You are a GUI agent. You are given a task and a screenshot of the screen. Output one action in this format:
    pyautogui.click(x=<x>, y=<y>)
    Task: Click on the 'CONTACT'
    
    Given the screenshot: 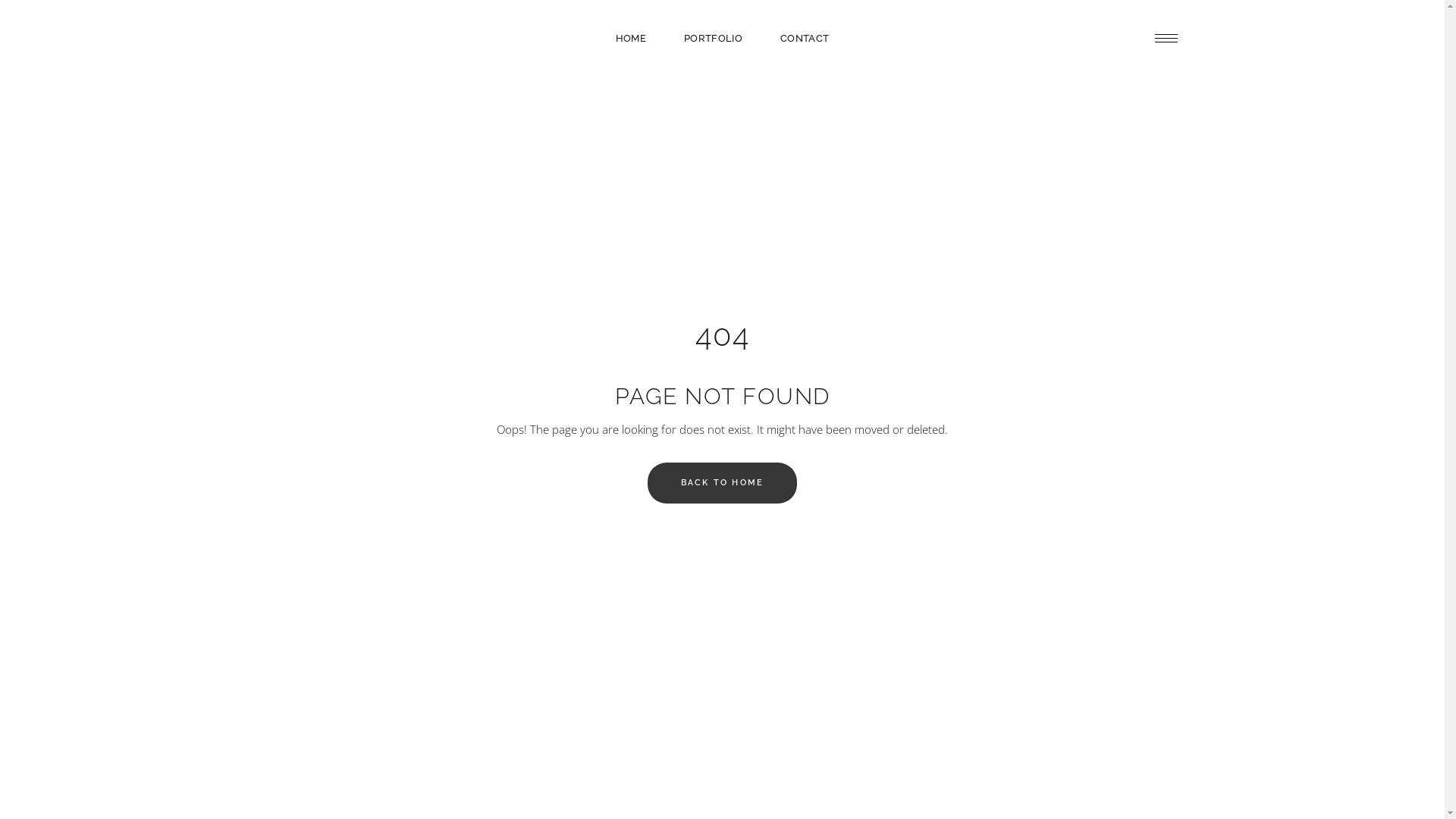 What is the action you would take?
    pyautogui.click(x=761, y=37)
    